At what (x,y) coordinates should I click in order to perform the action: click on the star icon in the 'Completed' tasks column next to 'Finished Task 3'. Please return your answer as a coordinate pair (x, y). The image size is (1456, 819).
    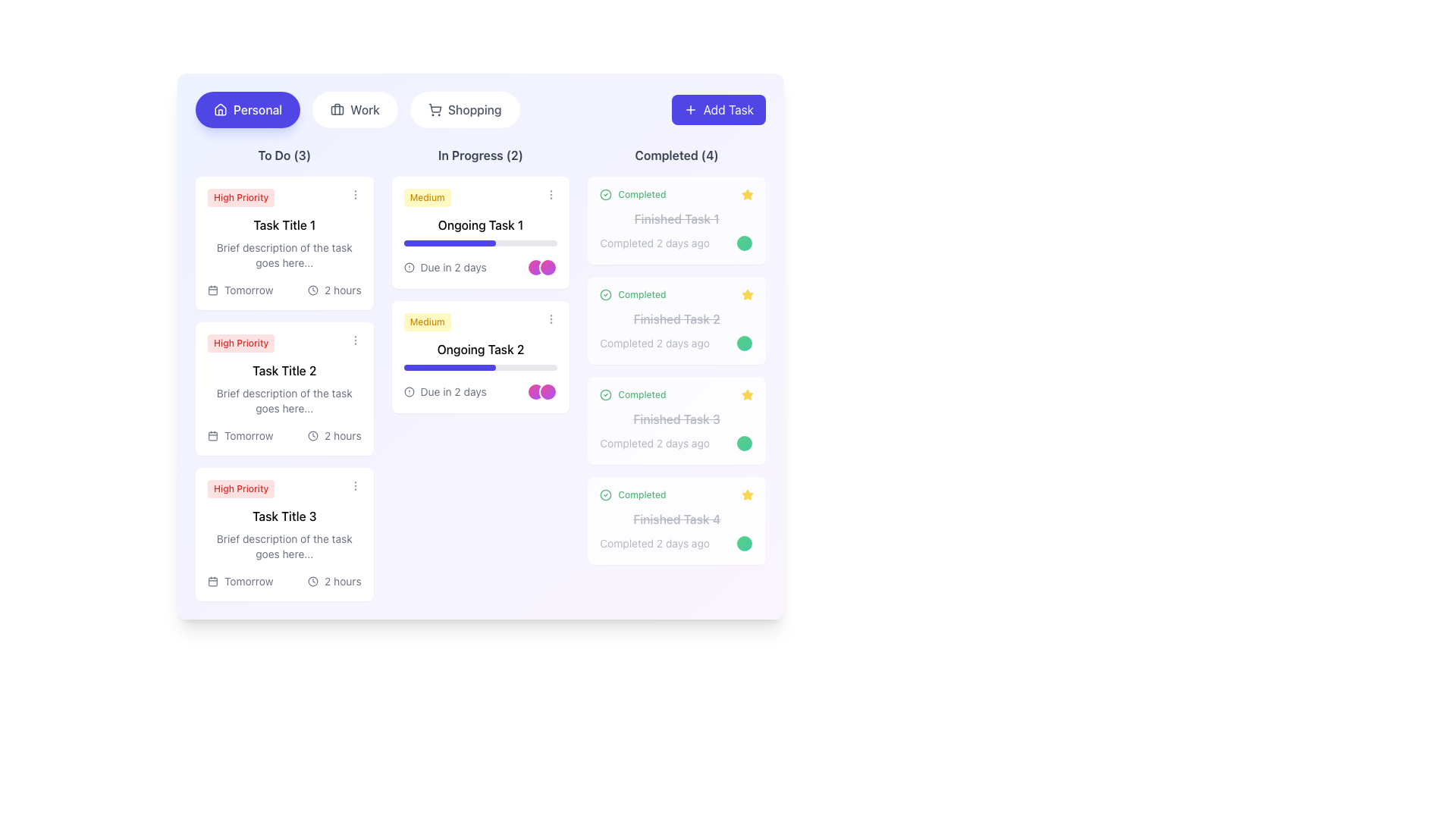
    Looking at the image, I should click on (747, 394).